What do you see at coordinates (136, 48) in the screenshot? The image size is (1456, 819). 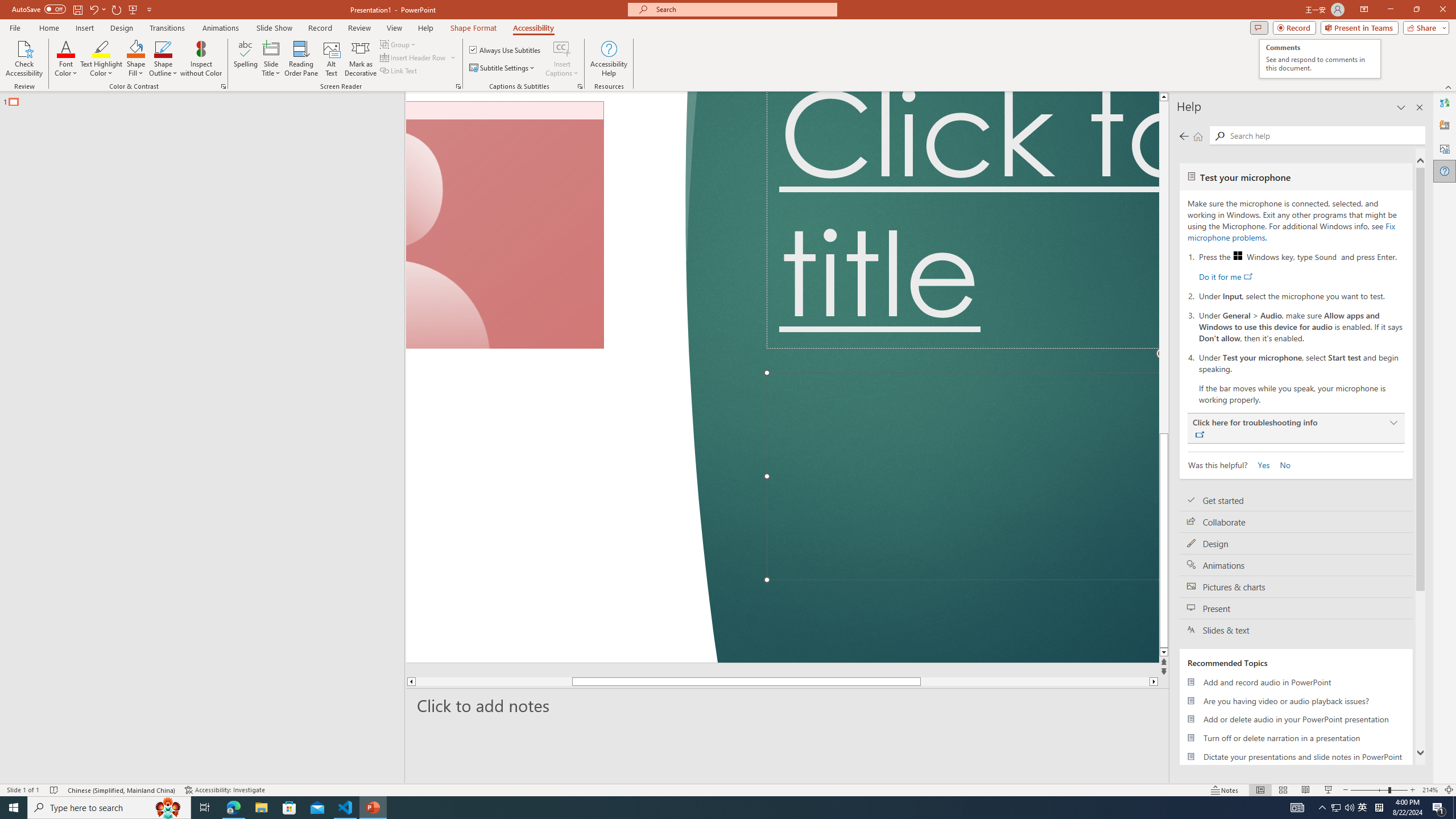 I see `'Shape Fill Orange, Accent 2'` at bounding box center [136, 48].